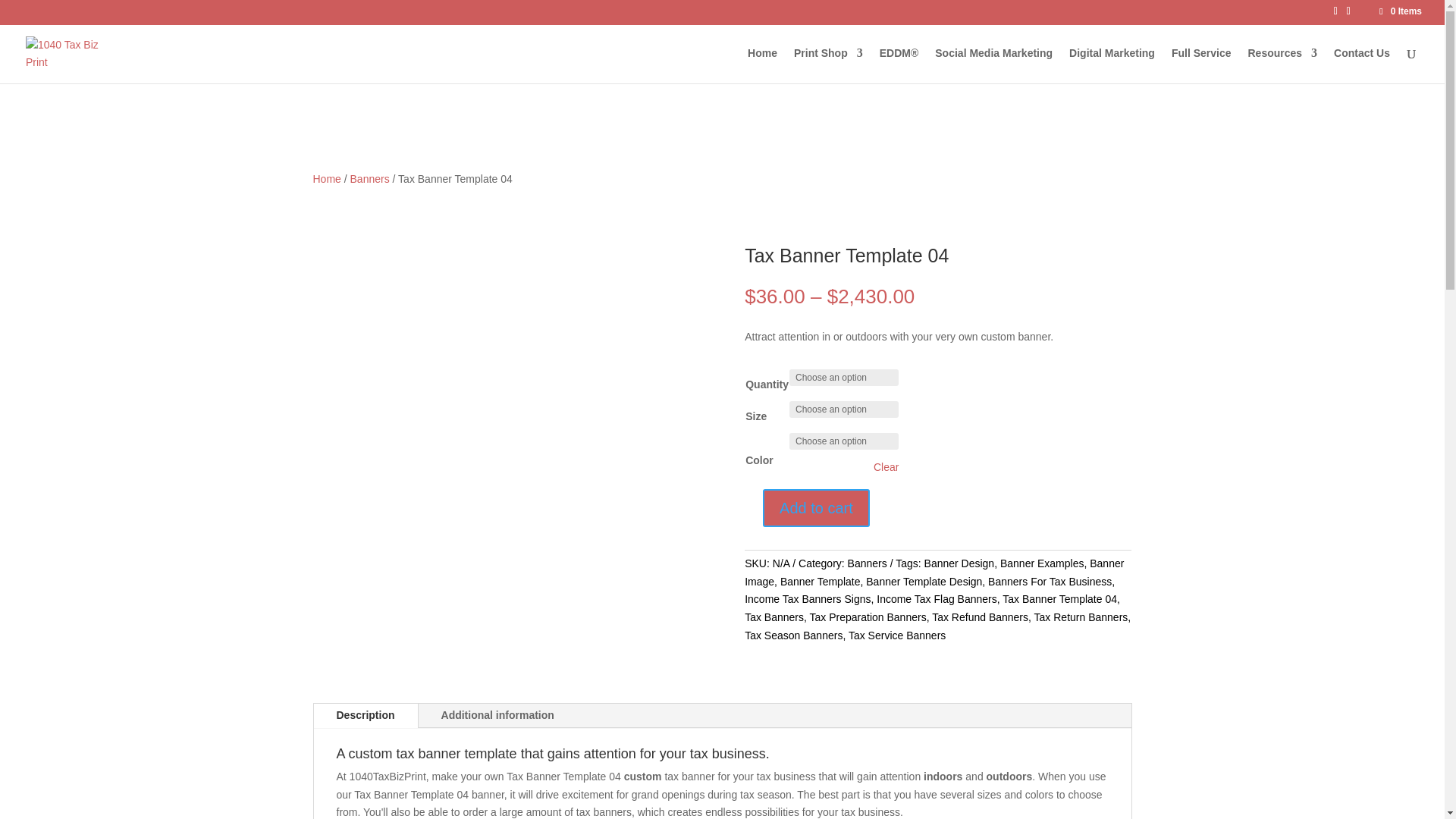 The image size is (1456, 819). What do you see at coordinates (923, 581) in the screenshot?
I see `'Banner Template Design'` at bounding box center [923, 581].